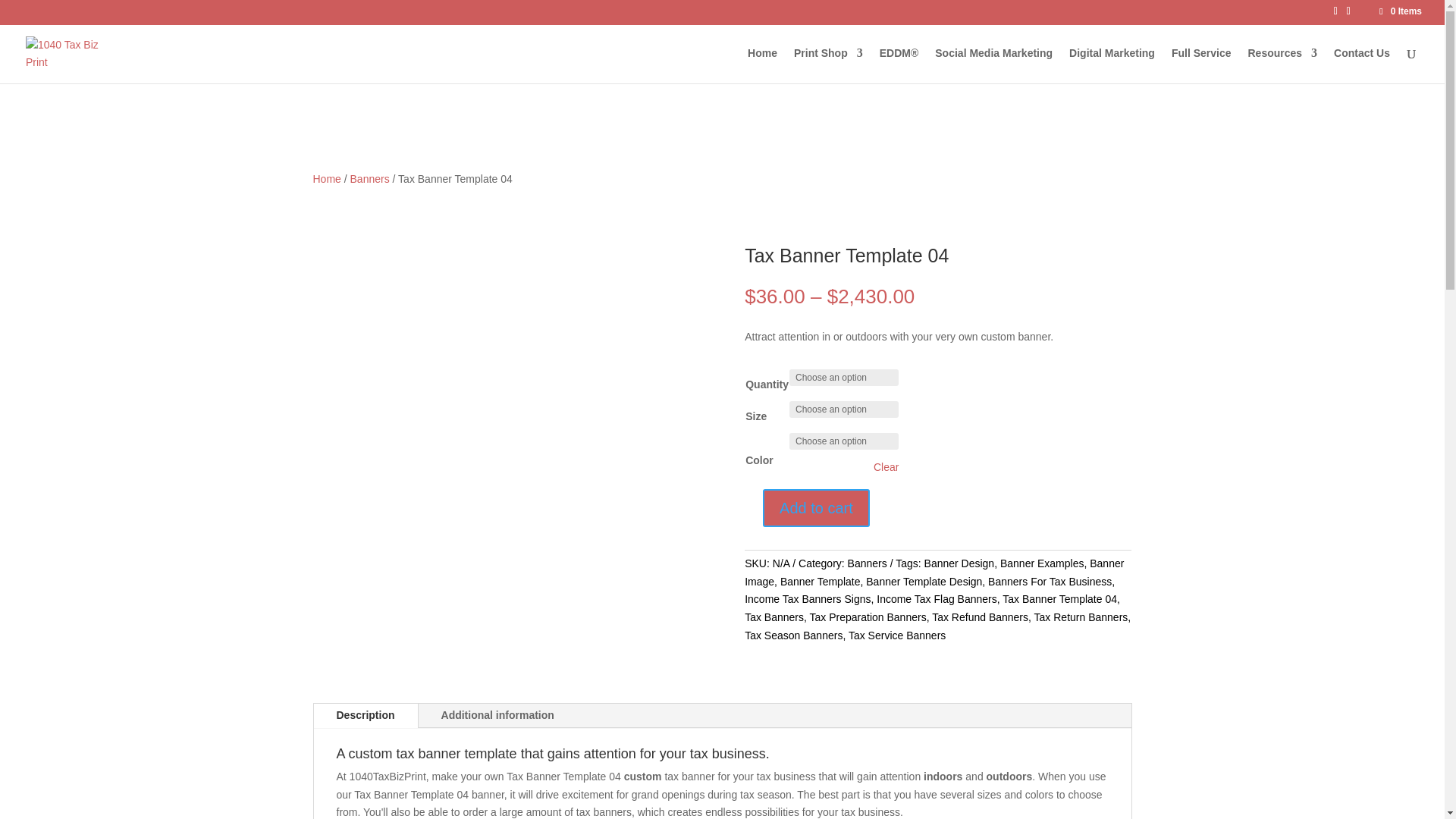 The image size is (1456, 819). What do you see at coordinates (923, 581) in the screenshot?
I see `'Banner Template Design'` at bounding box center [923, 581].